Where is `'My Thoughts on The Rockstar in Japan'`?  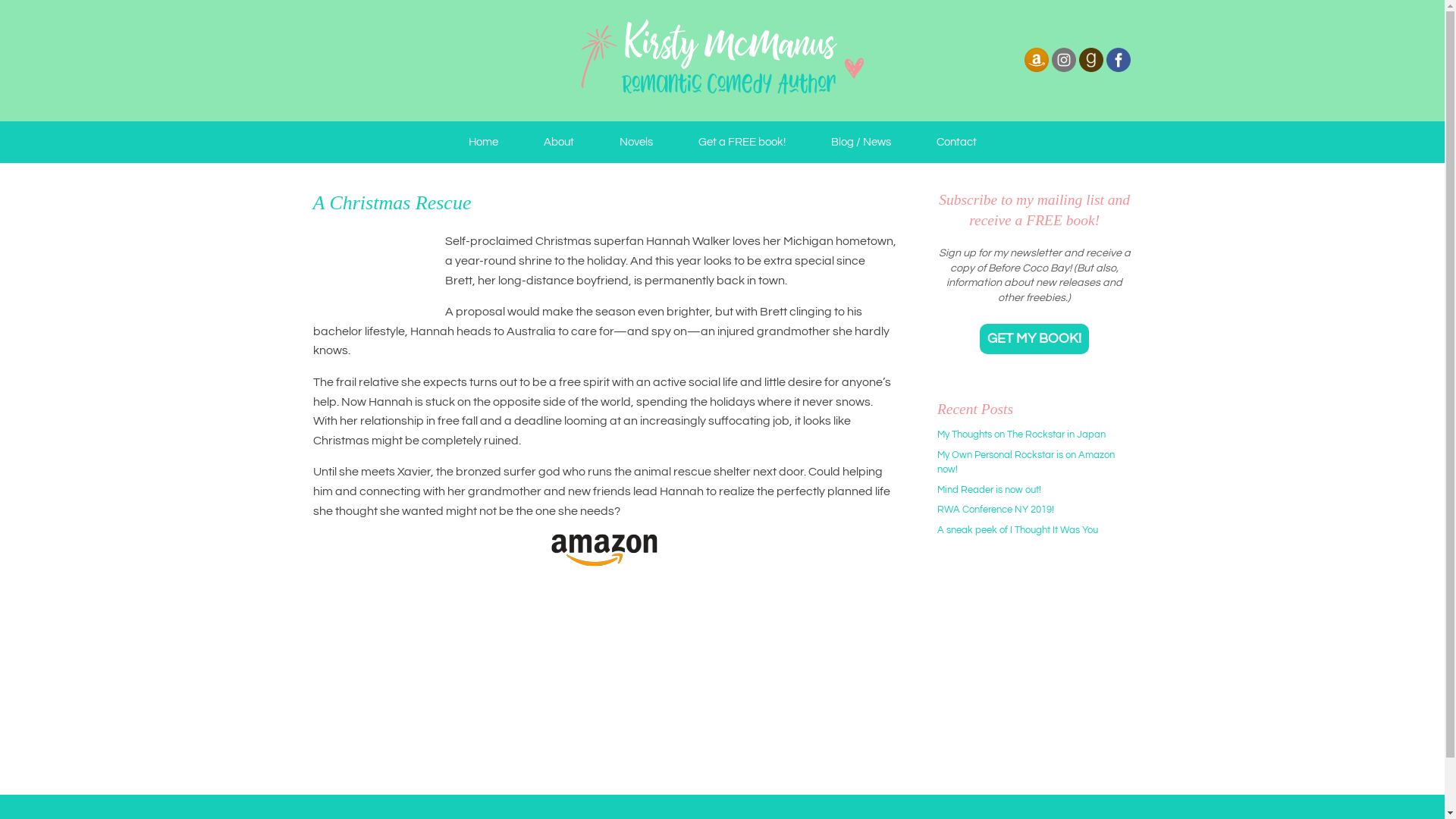
'My Thoughts on The Rockstar in Japan' is located at coordinates (1021, 435).